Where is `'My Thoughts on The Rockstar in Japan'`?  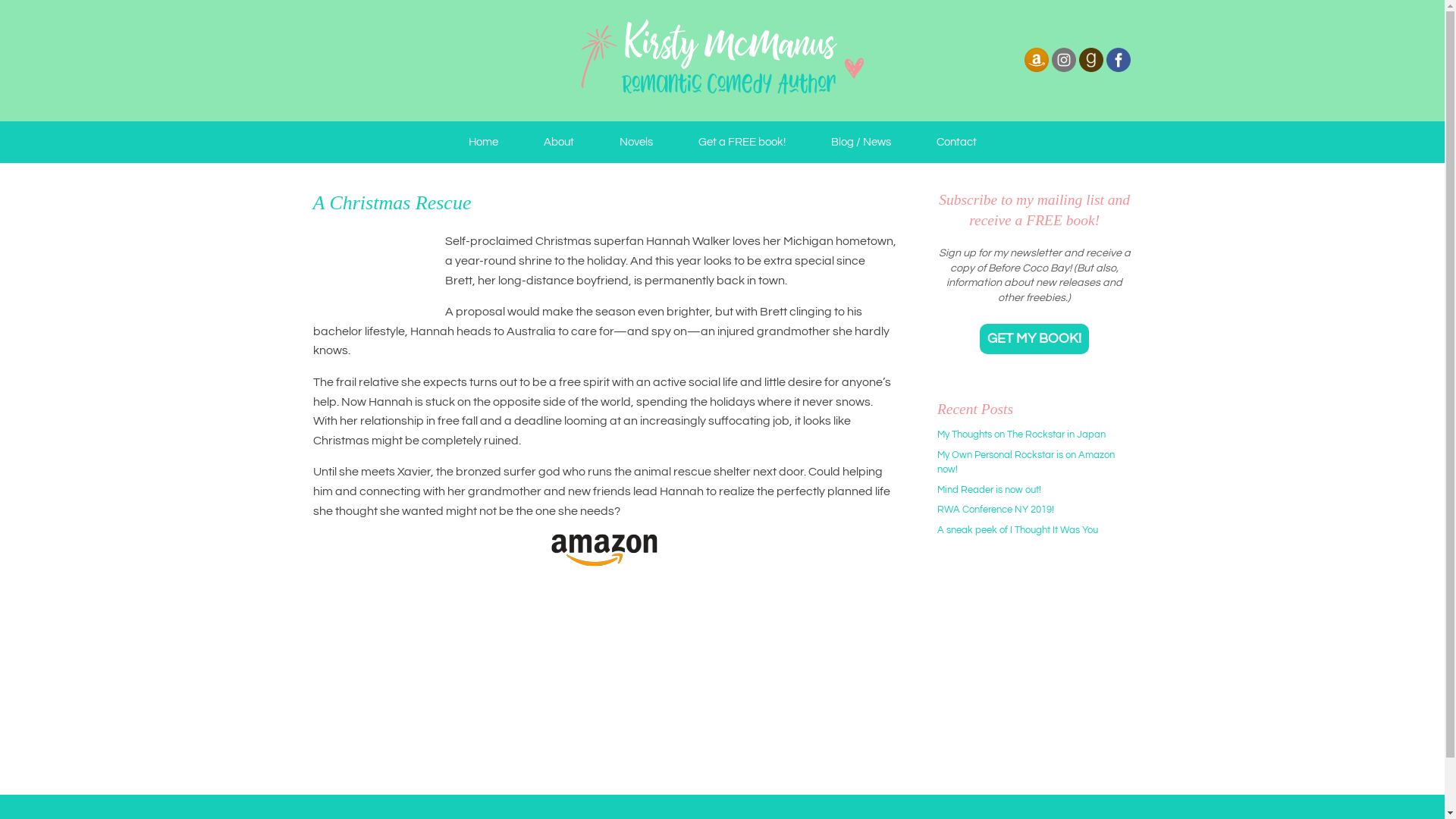
'My Thoughts on The Rockstar in Japan' is located at coordinates (1021, 435).